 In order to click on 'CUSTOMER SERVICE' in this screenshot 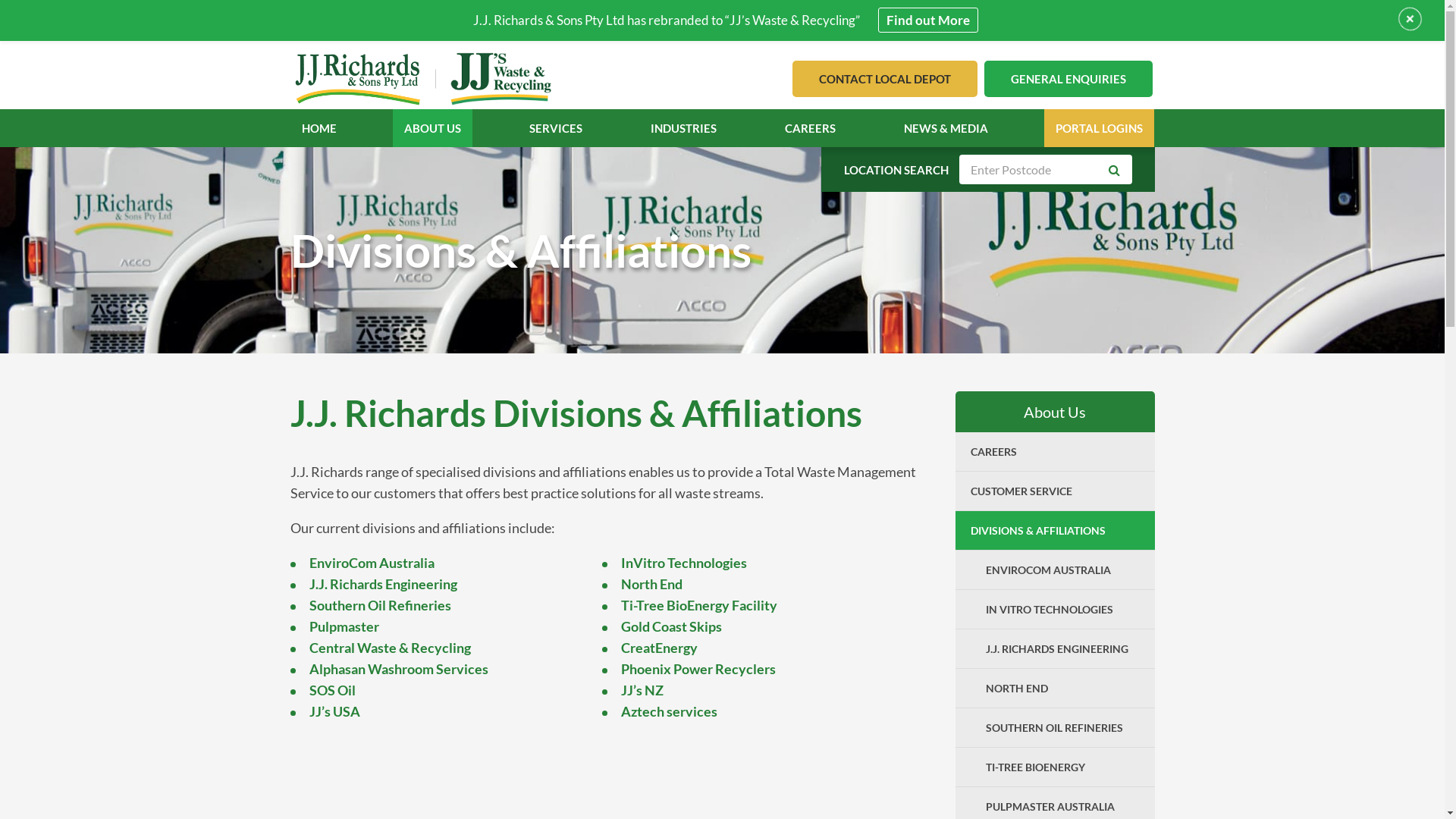, I will do `click(1054, 491)`.